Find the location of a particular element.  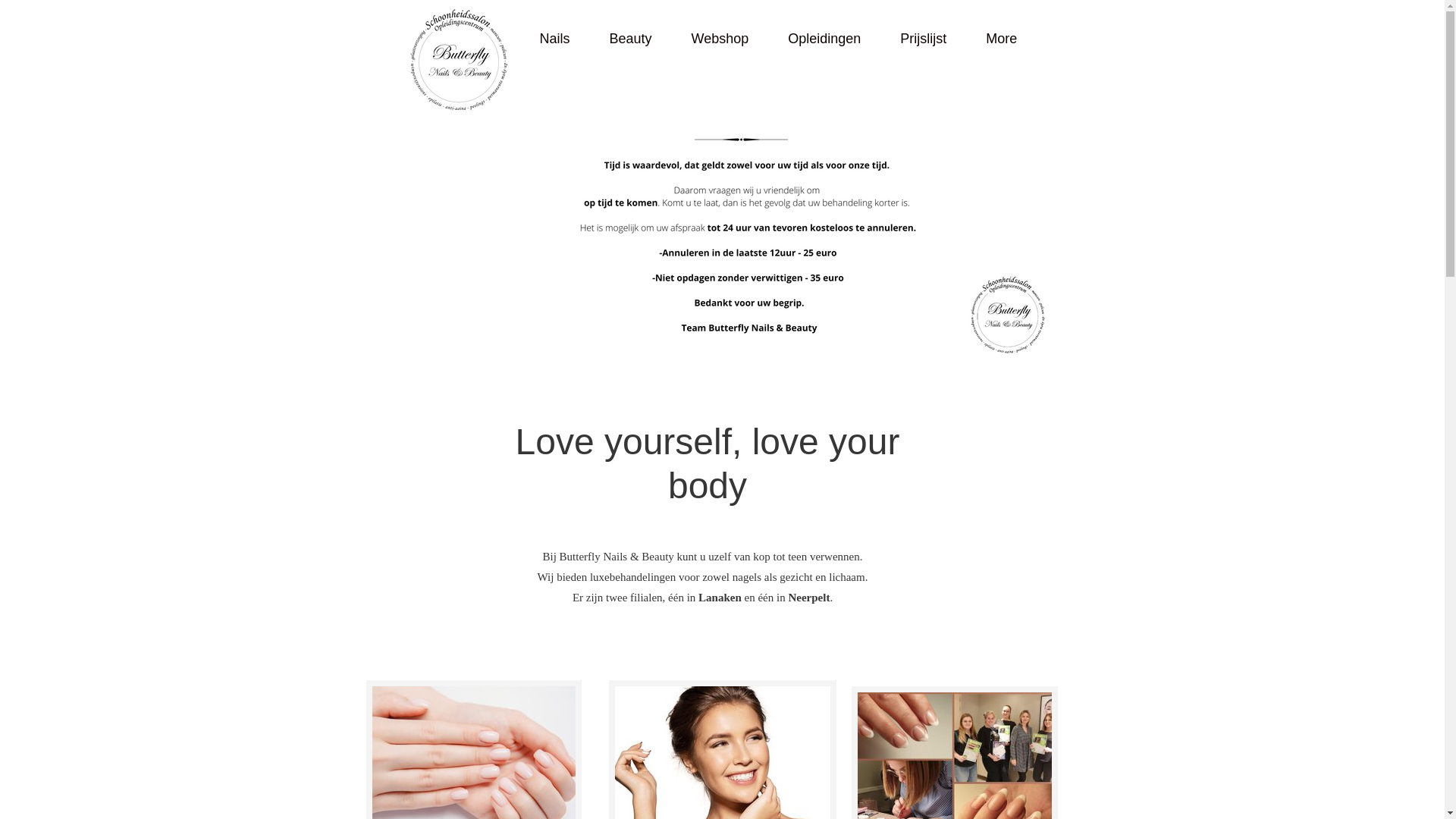

'More' is located at coordinates (1001, 37).